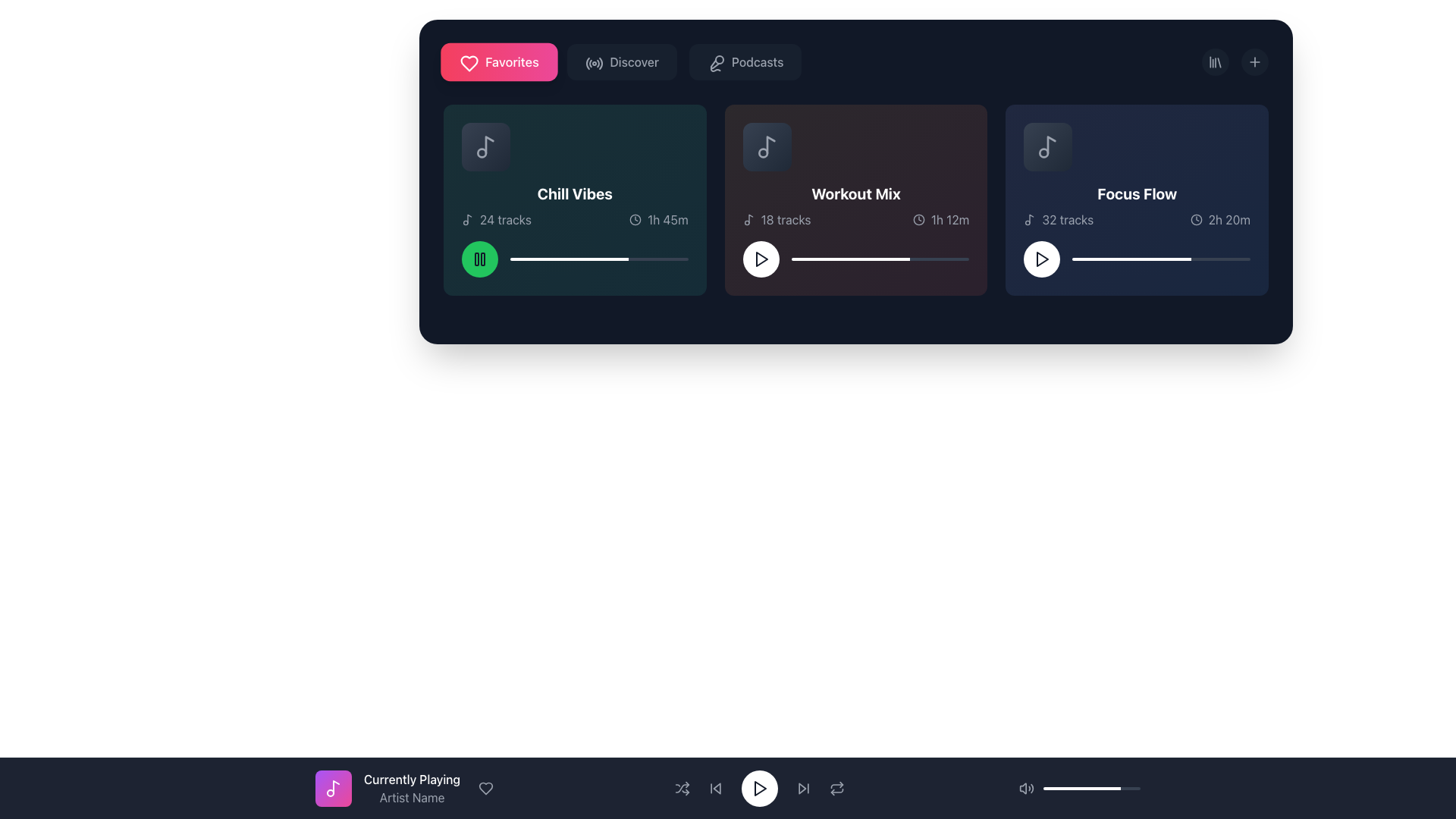 The width and height of the screenshot is (1456, 819). I want to click on the circular outline of the SVG clock face located in the center of the 'Chill Vibes' card, so click(635, 219).